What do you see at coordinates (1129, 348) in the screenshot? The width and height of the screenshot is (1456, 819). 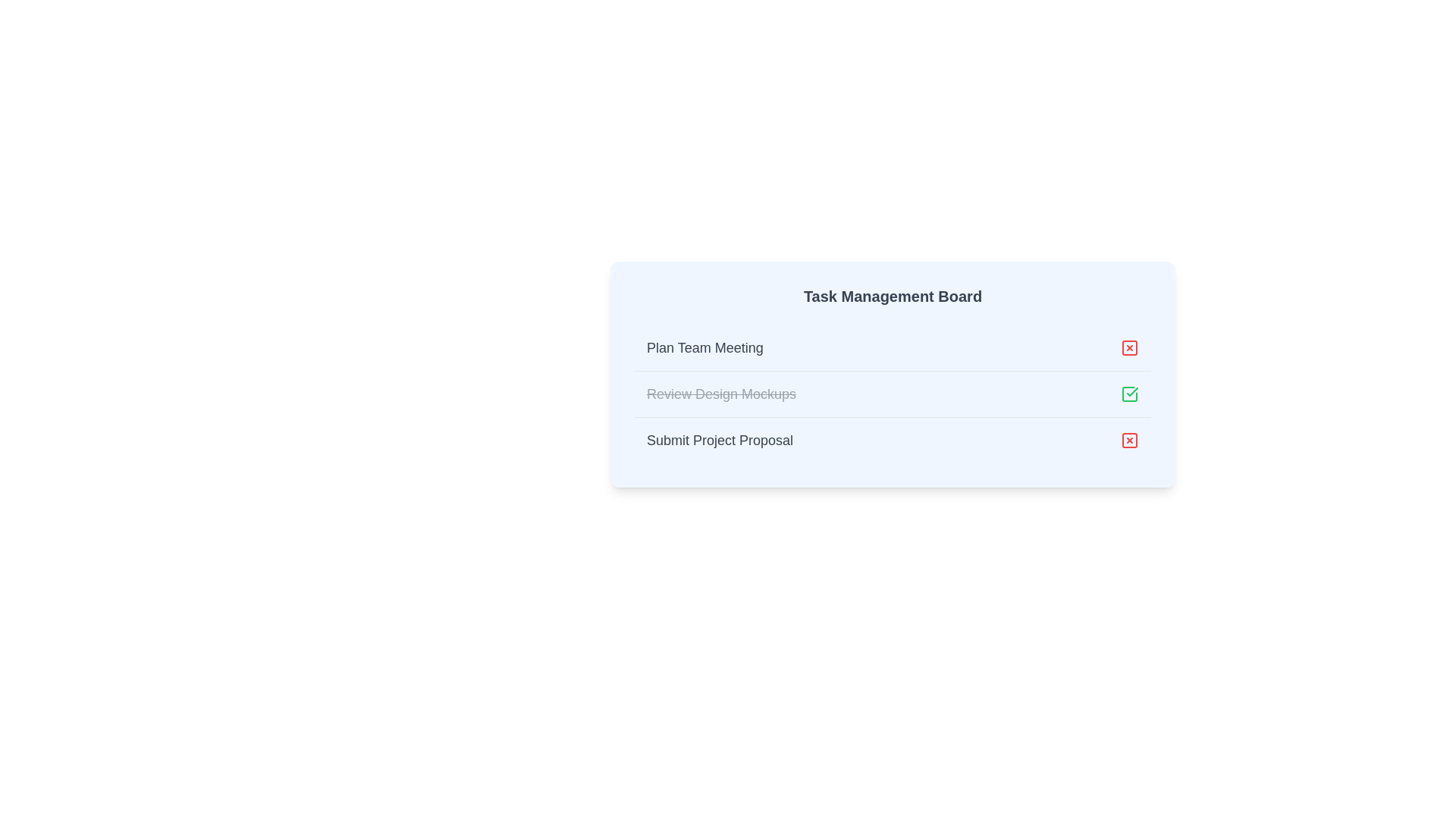 I see `the background icon of the red cross for deleting the 'Plan Team Meeting' task located in the top-right corner of the task row on the Task Management Board` at bounding box center [1129, 348].